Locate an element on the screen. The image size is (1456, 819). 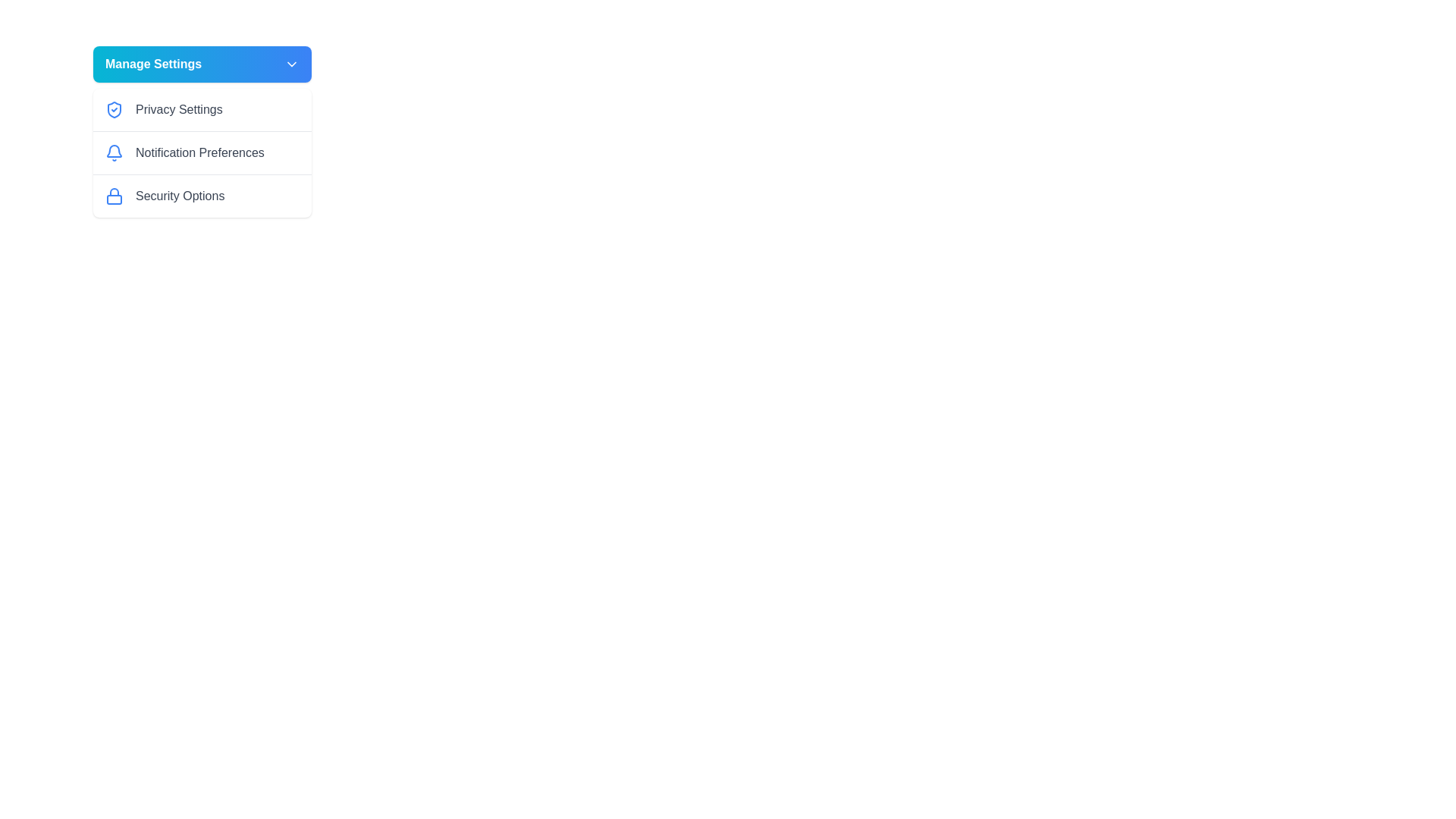
the blue shield icon with a checkmark, located to the left of the text 'Privacy Settings' in the menu under 'Manage Settings' is located at coordinates (113, 109).